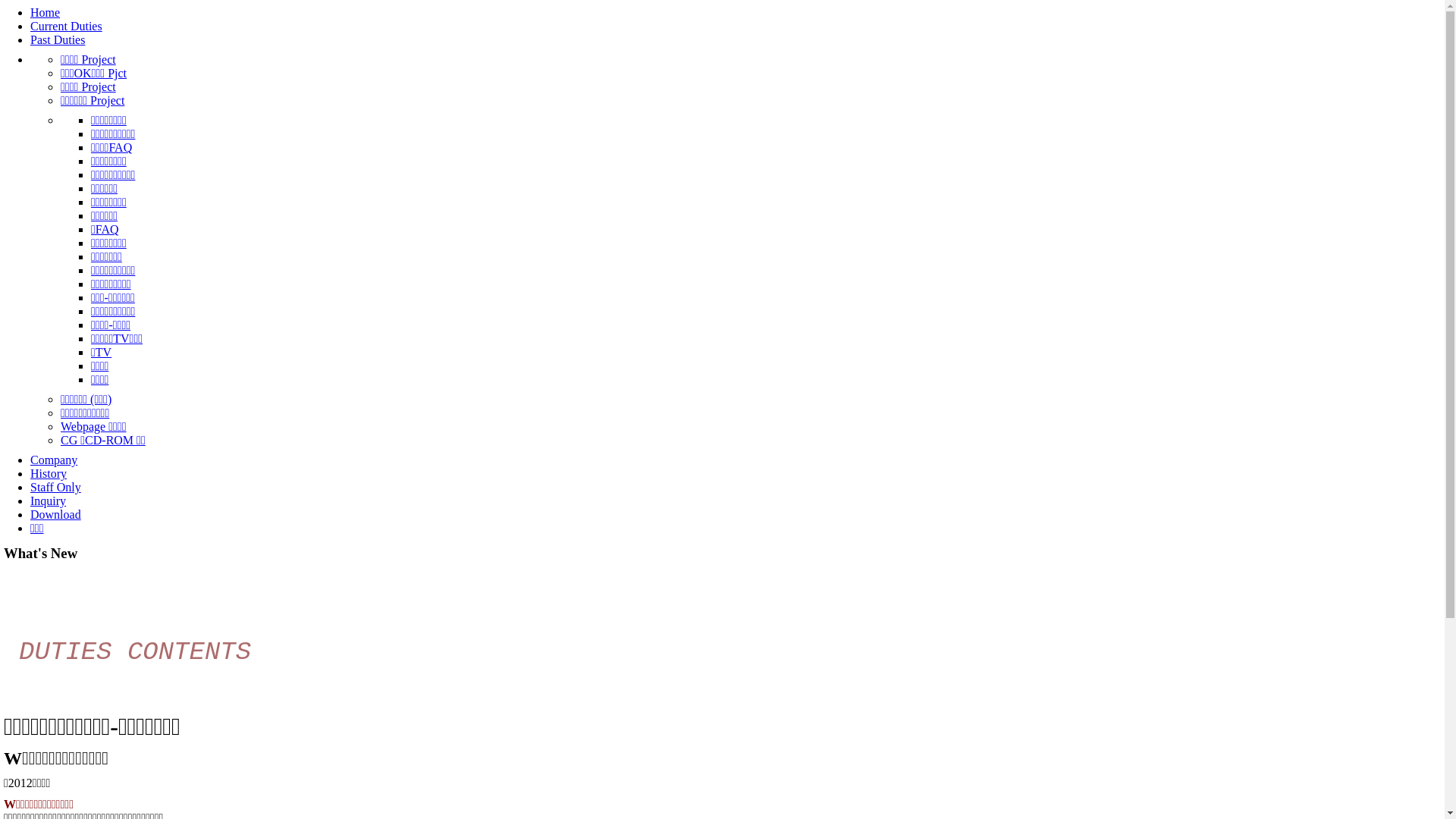 Image resolution: width=1456 pixels, height=819 pixels. Describe the element at coordinates (54, 459) in the screenshot. I see `'Company'` at that location.